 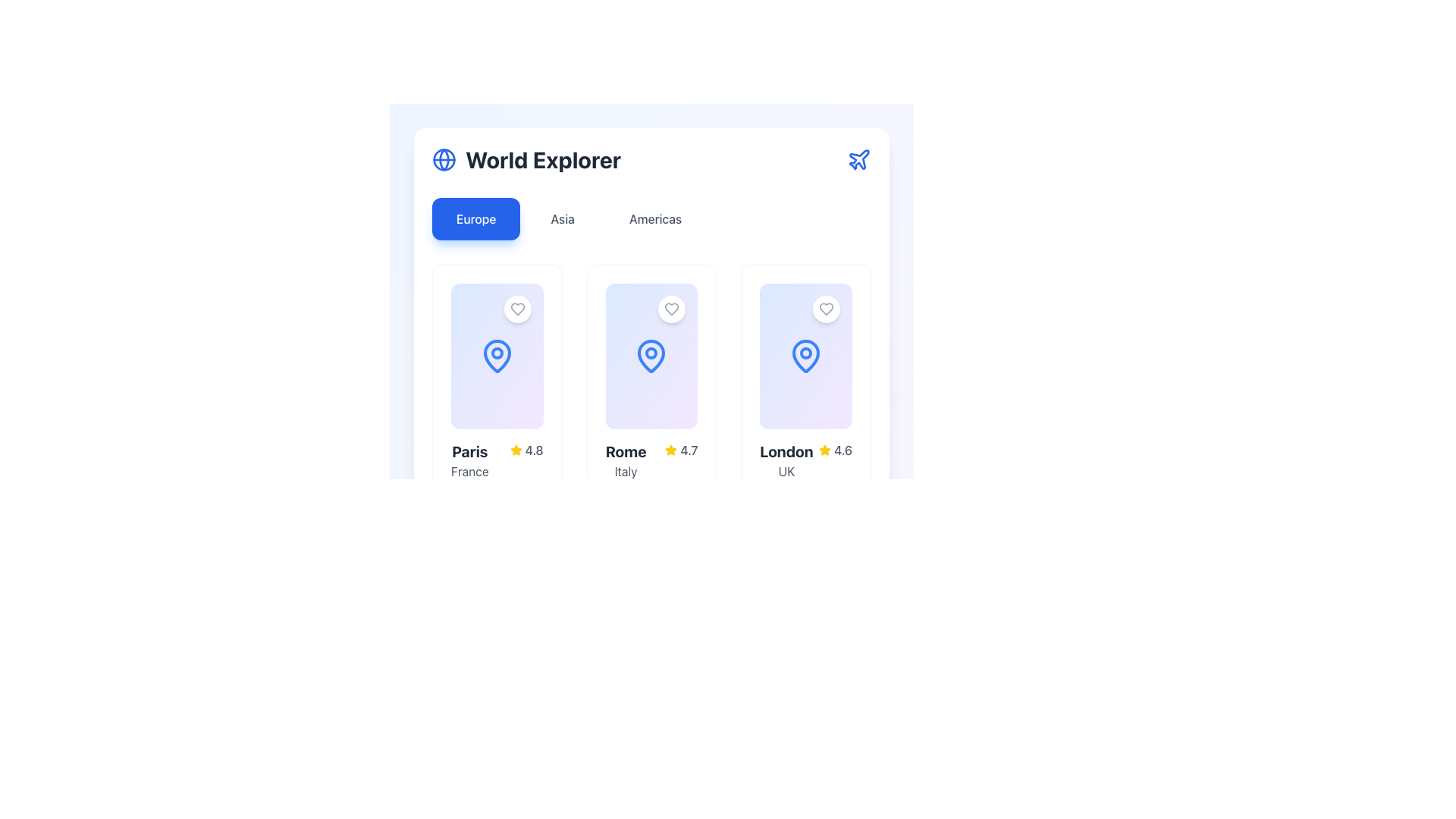 I want to click on the text label displaying 'UK' in gray font located in the third card under the 'Europe' tab, beneath the city label 'London', so click(x=786, y=470).